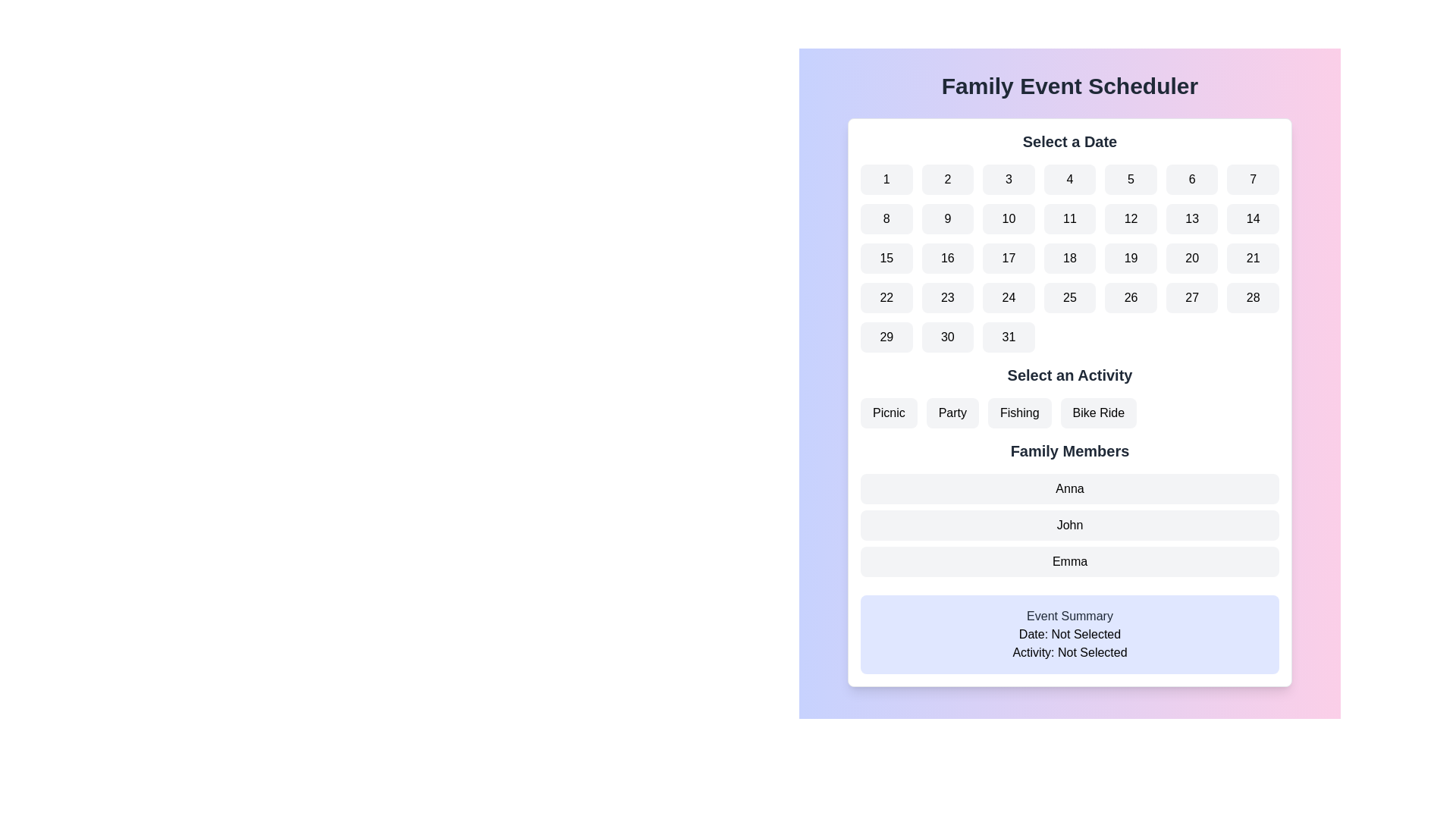  Describe the element at coordinates (1009, 219) in the screenshot. I see `the rounded rectangular button with the text '10'` at that location.